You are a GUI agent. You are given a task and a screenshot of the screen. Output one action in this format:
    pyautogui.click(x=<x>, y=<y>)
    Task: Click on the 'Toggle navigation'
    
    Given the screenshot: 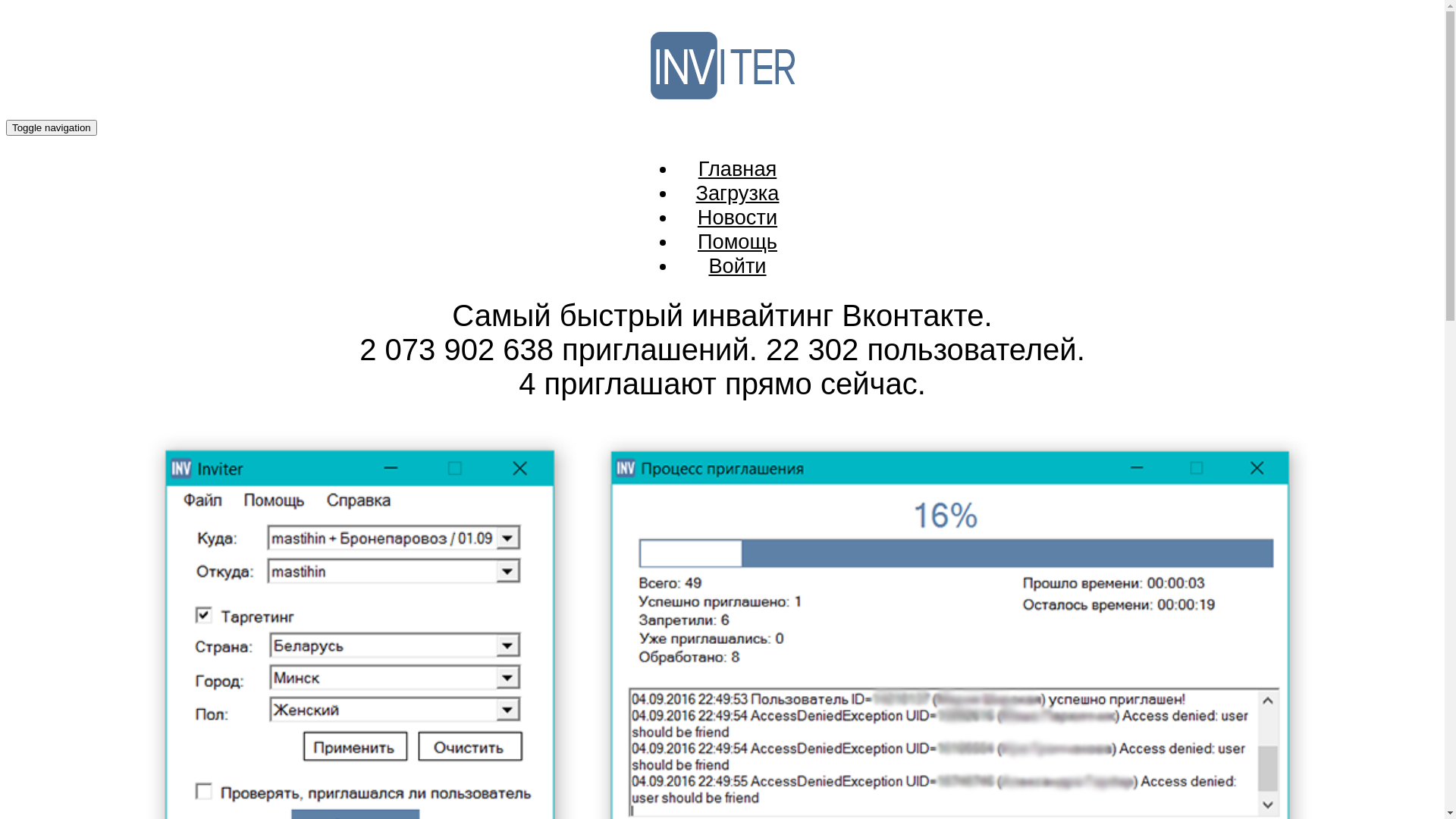 What is the action you would take?
    pyautogui.click(x=51, y=127)
    